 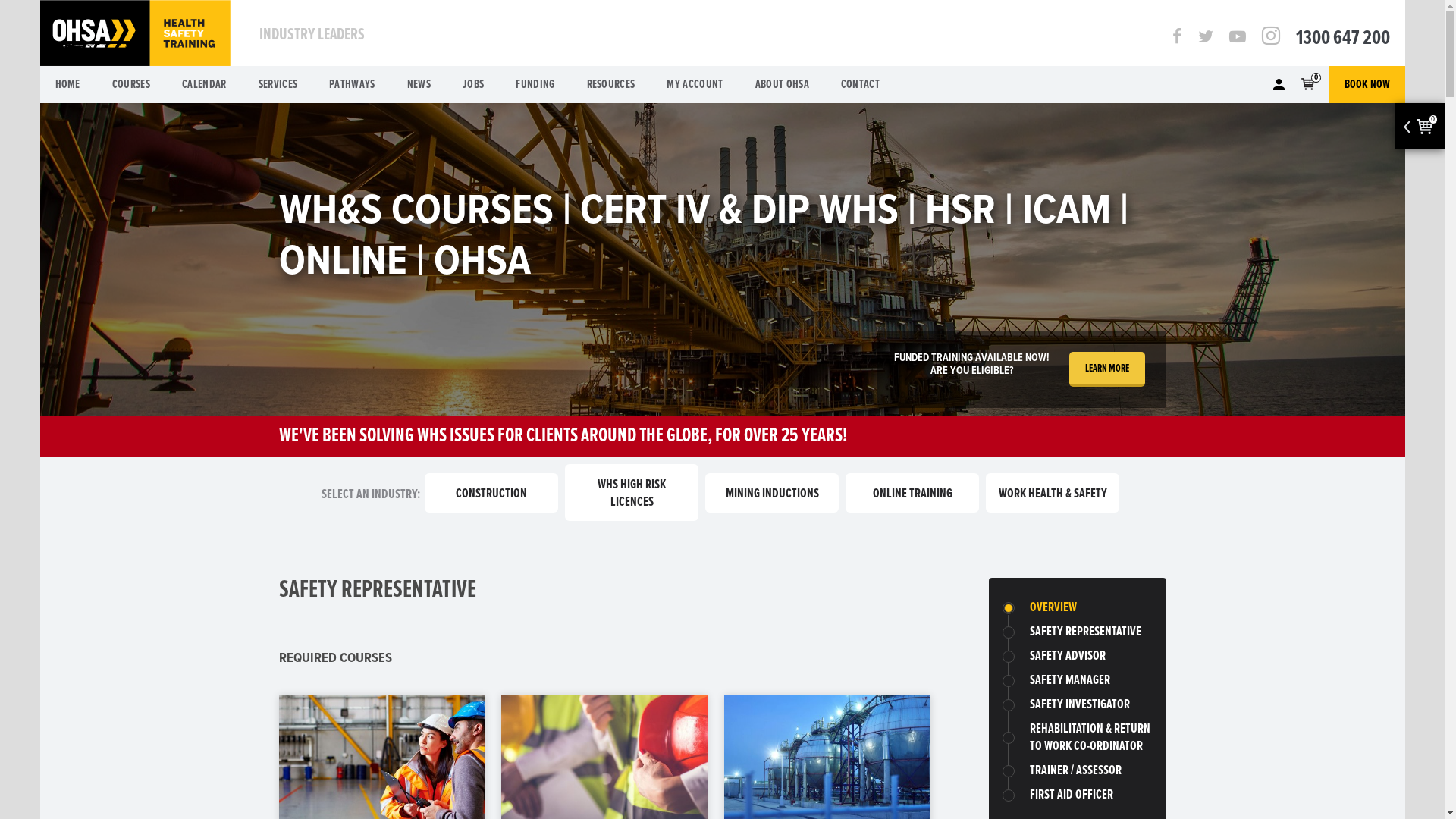 I want to click on 'SERVICES', so click(x=258, y=84).